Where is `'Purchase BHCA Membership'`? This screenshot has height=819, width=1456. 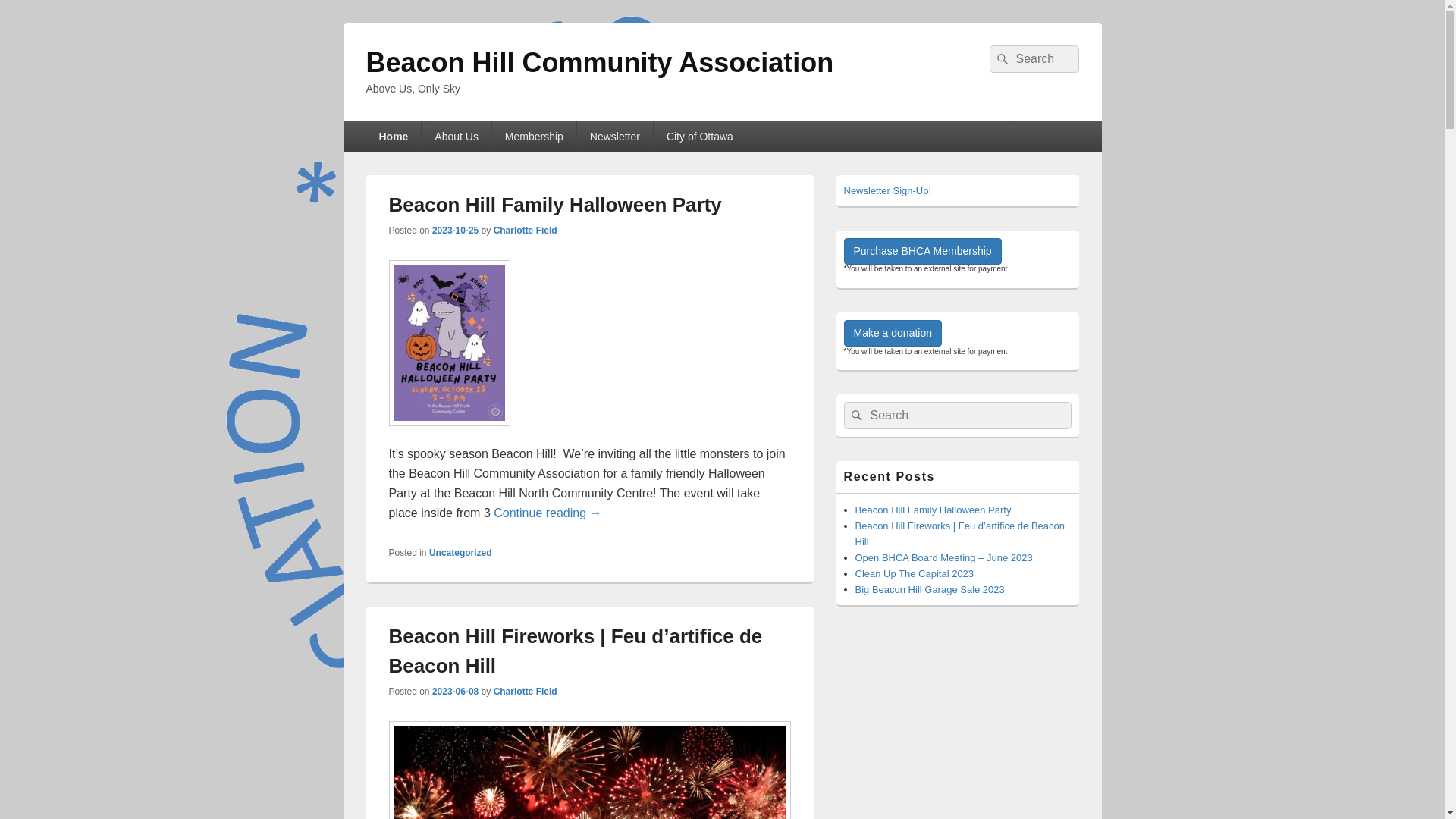
'Purchase BHCA Membership' is located at coordinates (921, 250).